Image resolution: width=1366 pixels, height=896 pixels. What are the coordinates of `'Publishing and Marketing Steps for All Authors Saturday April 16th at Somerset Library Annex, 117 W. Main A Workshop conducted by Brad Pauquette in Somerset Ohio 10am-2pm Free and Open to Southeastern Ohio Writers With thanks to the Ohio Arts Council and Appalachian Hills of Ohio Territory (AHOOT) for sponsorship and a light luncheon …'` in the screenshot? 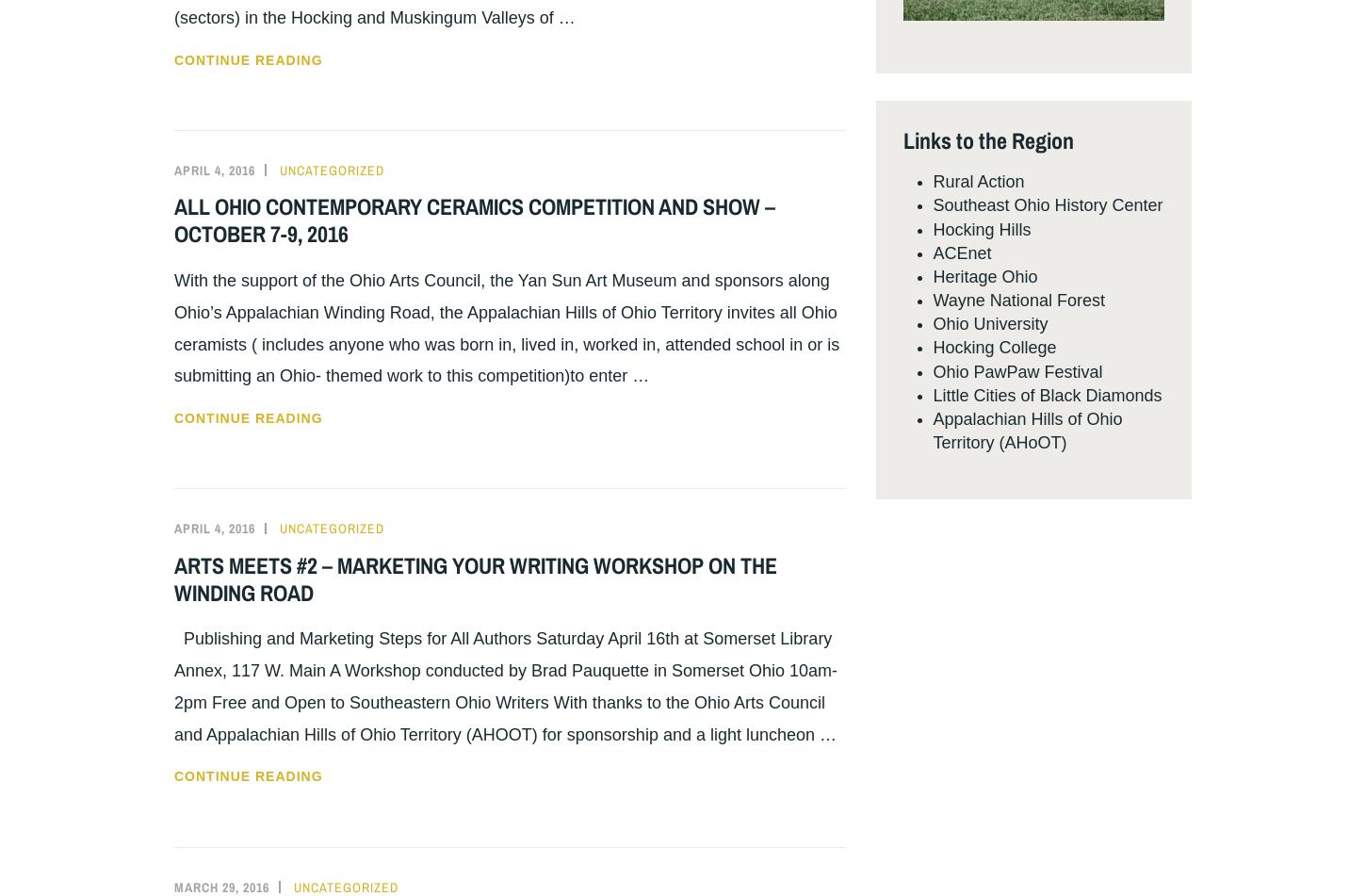 It's located at (505, 685).